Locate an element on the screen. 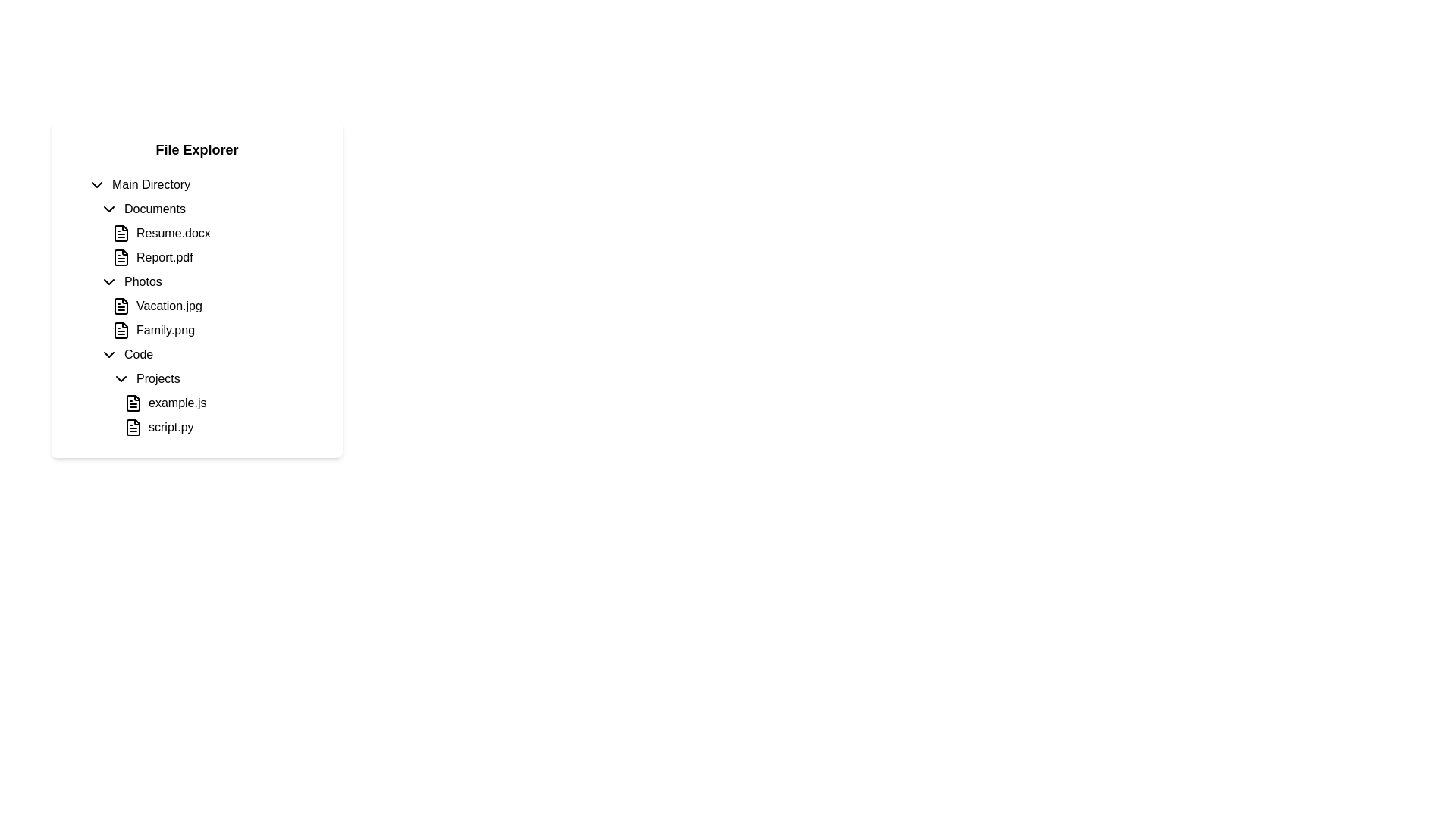 The image size is (1456, 819). the text label representing the file 'Report.pdf' is located at coordinates (165, 256).